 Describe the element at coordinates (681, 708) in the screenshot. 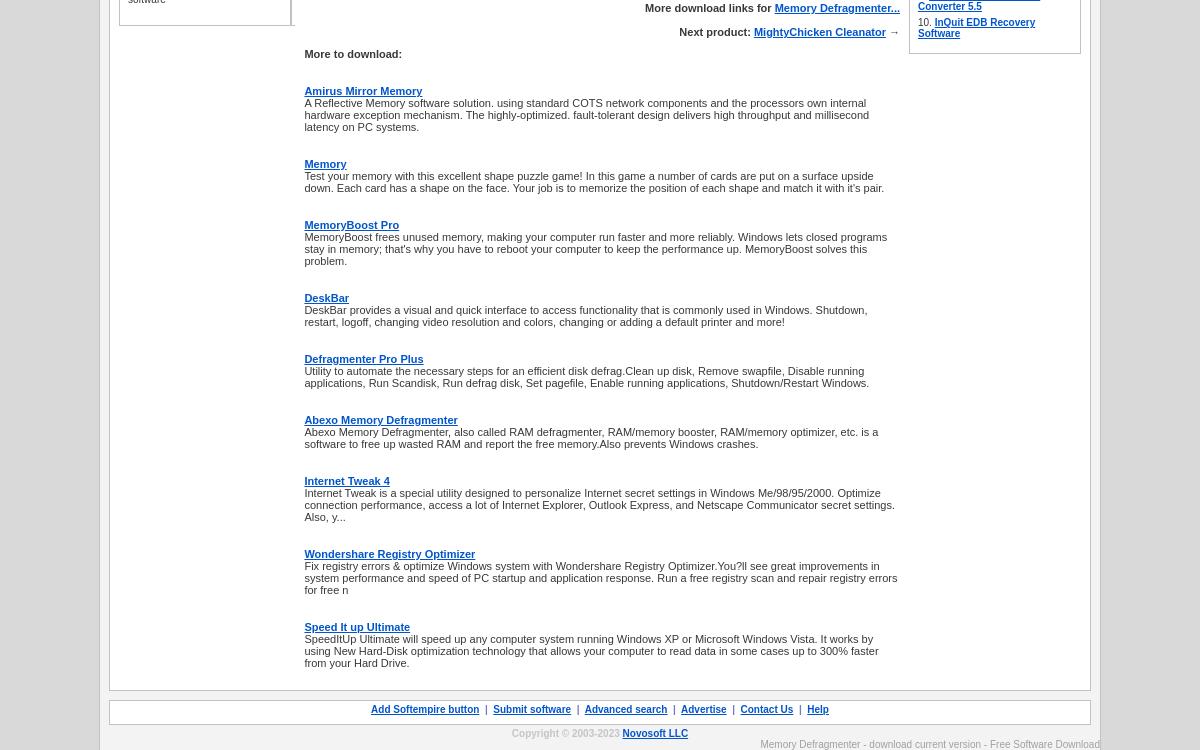

I see `'Advertise'` at that location.